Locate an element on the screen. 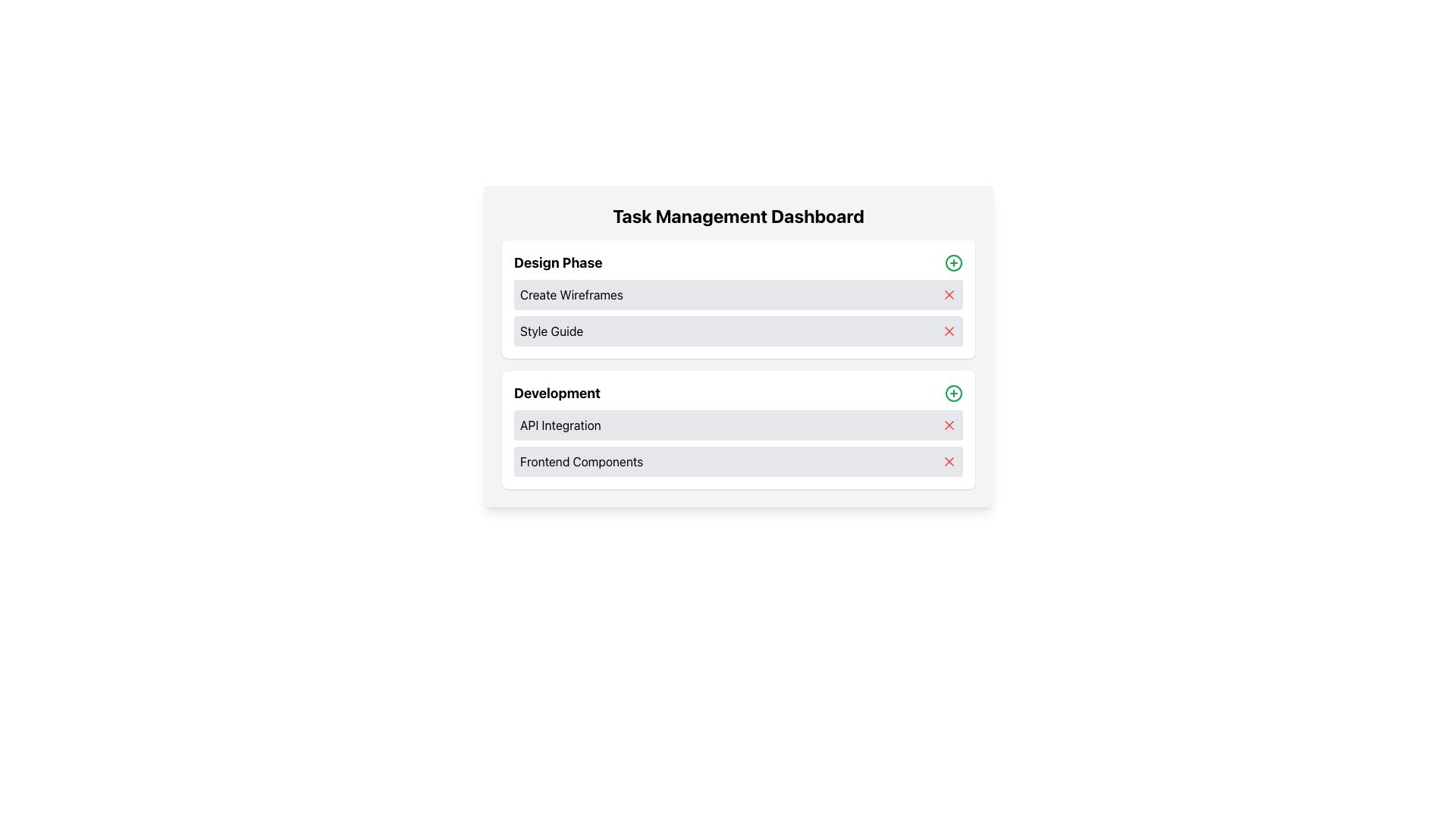 This screenshot has height=819, width=1456. the delete or close button icon for the 'API Integration' task entry located on the far right of the task row in the 'Development' section of the main dashboard is located at coordinates (949, 425).